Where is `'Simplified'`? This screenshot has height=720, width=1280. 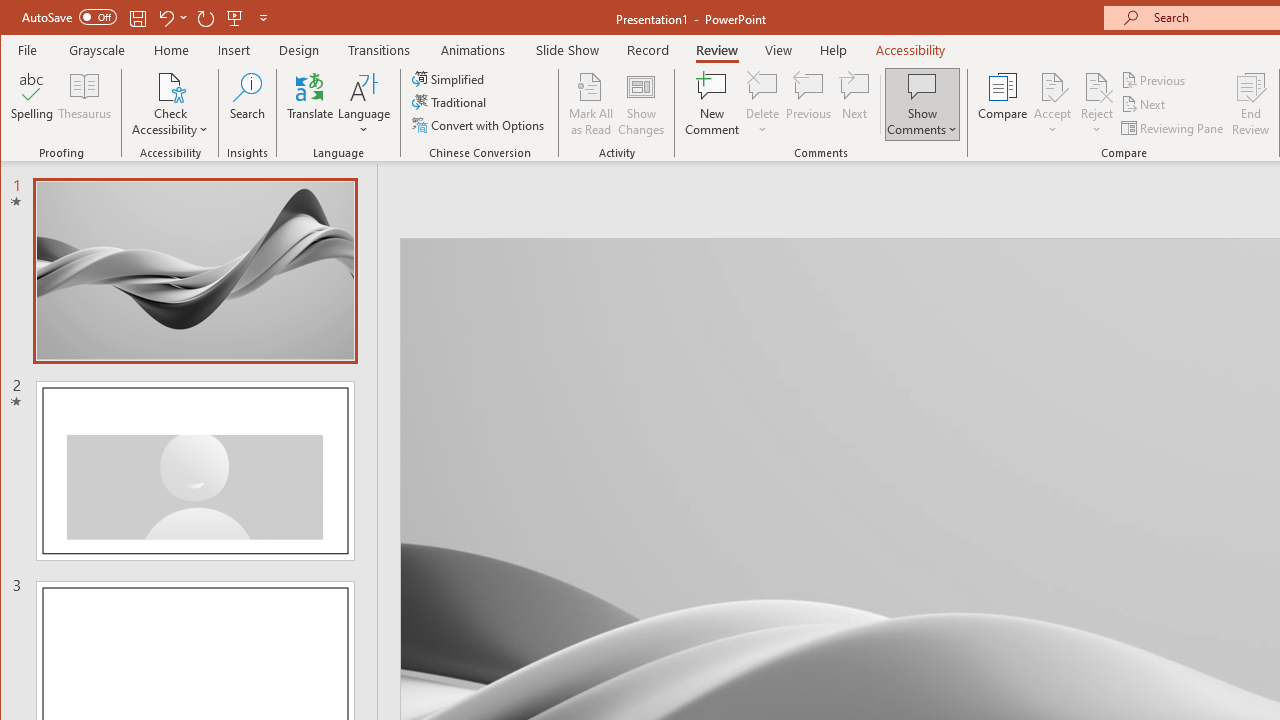 'Simplified' is located at coordinates (449, 78).